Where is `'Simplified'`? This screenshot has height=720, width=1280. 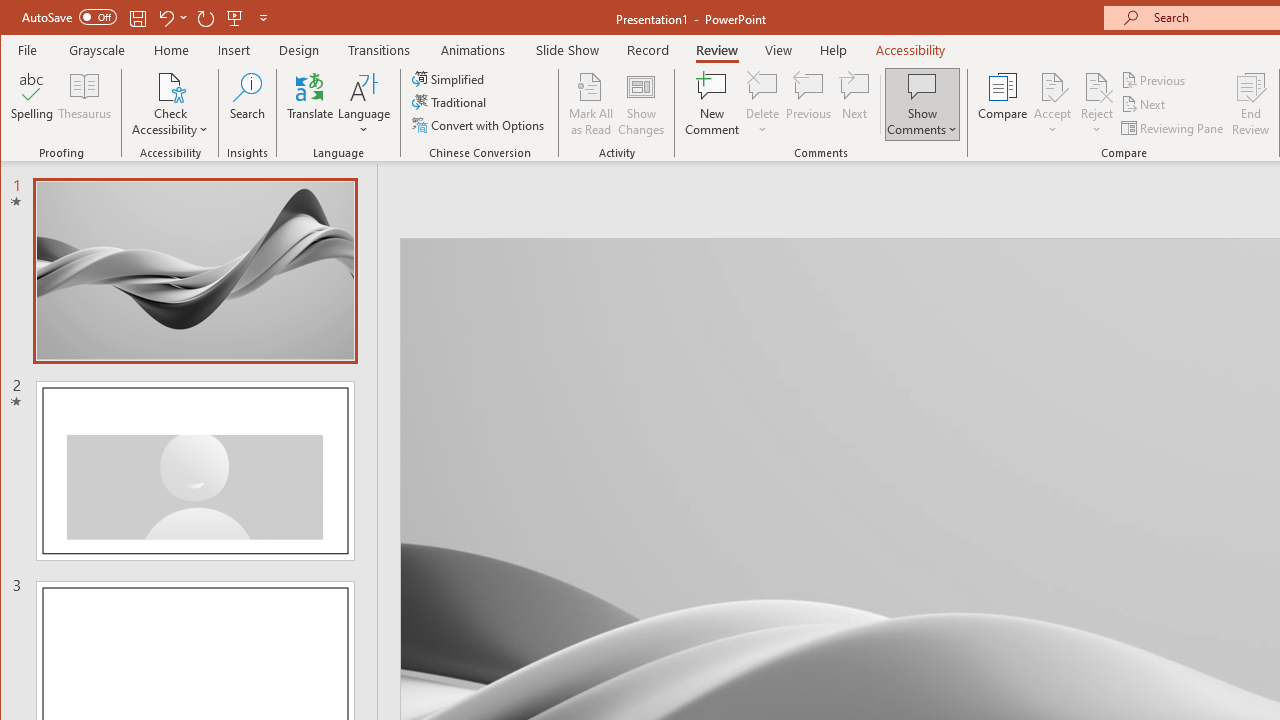 'Simplified' is located at coordinates (449, 78).